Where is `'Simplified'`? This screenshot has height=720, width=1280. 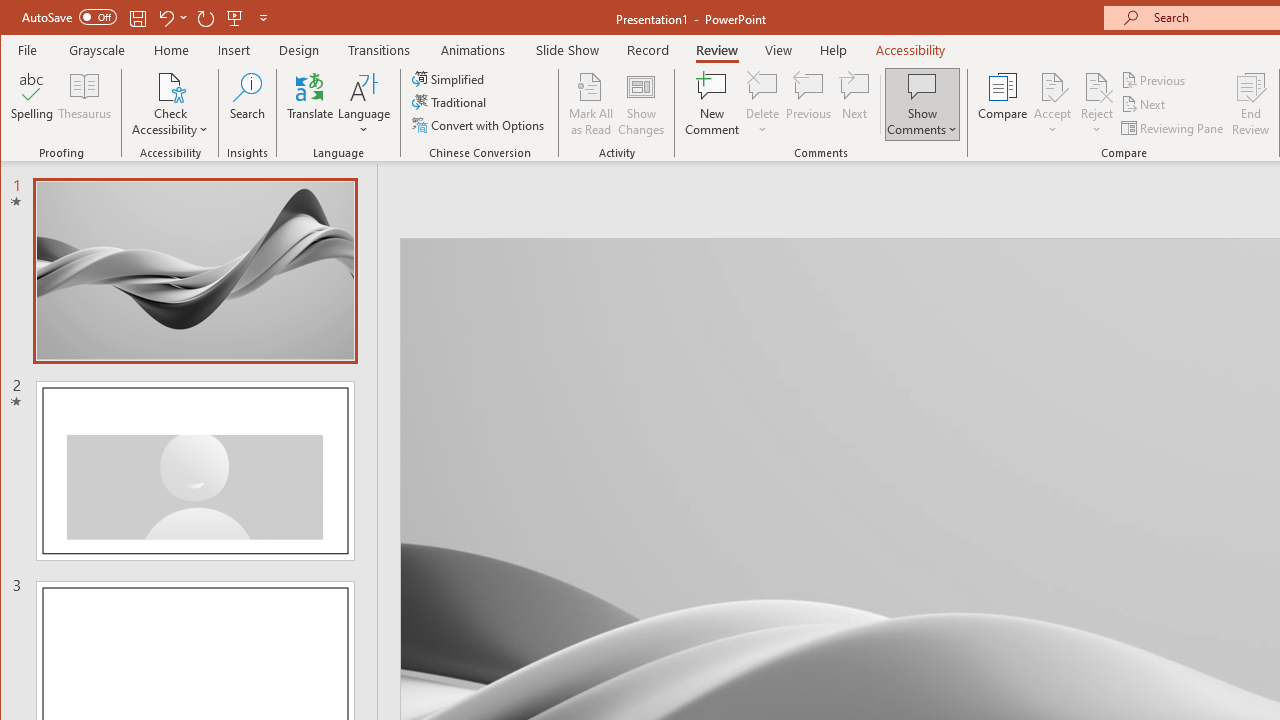 'Simplified' is located at coordinates (449, 78).